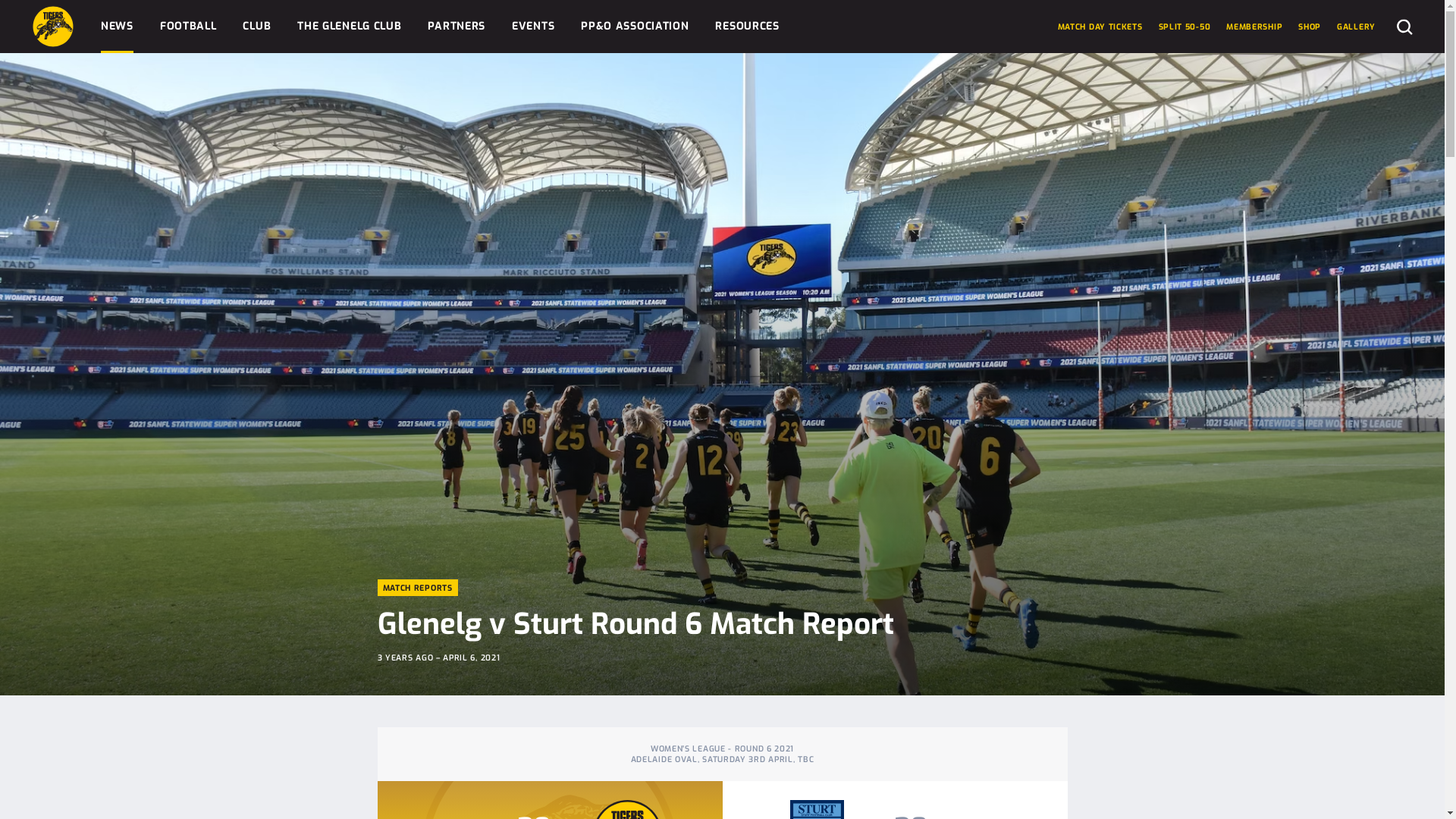 The image size is (1456, 819). What do you see at coordinates (1100, 26) in the screenshot?
I see `'MATCH DAY TICKETS'` at bounding box center [1100, 26].